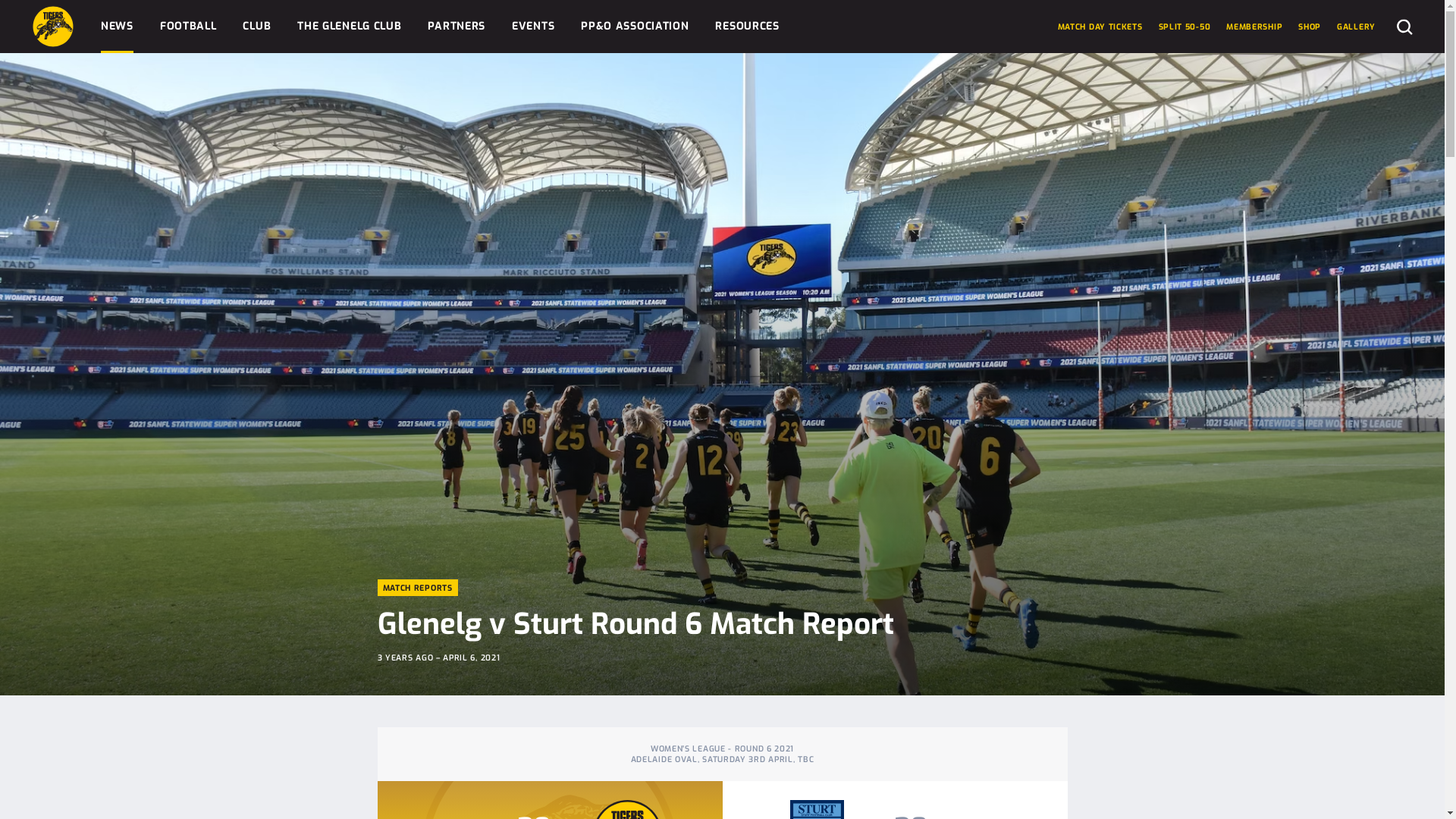 The image size is (1456, 819). What do you see at coordinates (1100, 26) in the screenshot?
I see `'MATCH DAY TICKETS'` at bounding box center [1100, 26].